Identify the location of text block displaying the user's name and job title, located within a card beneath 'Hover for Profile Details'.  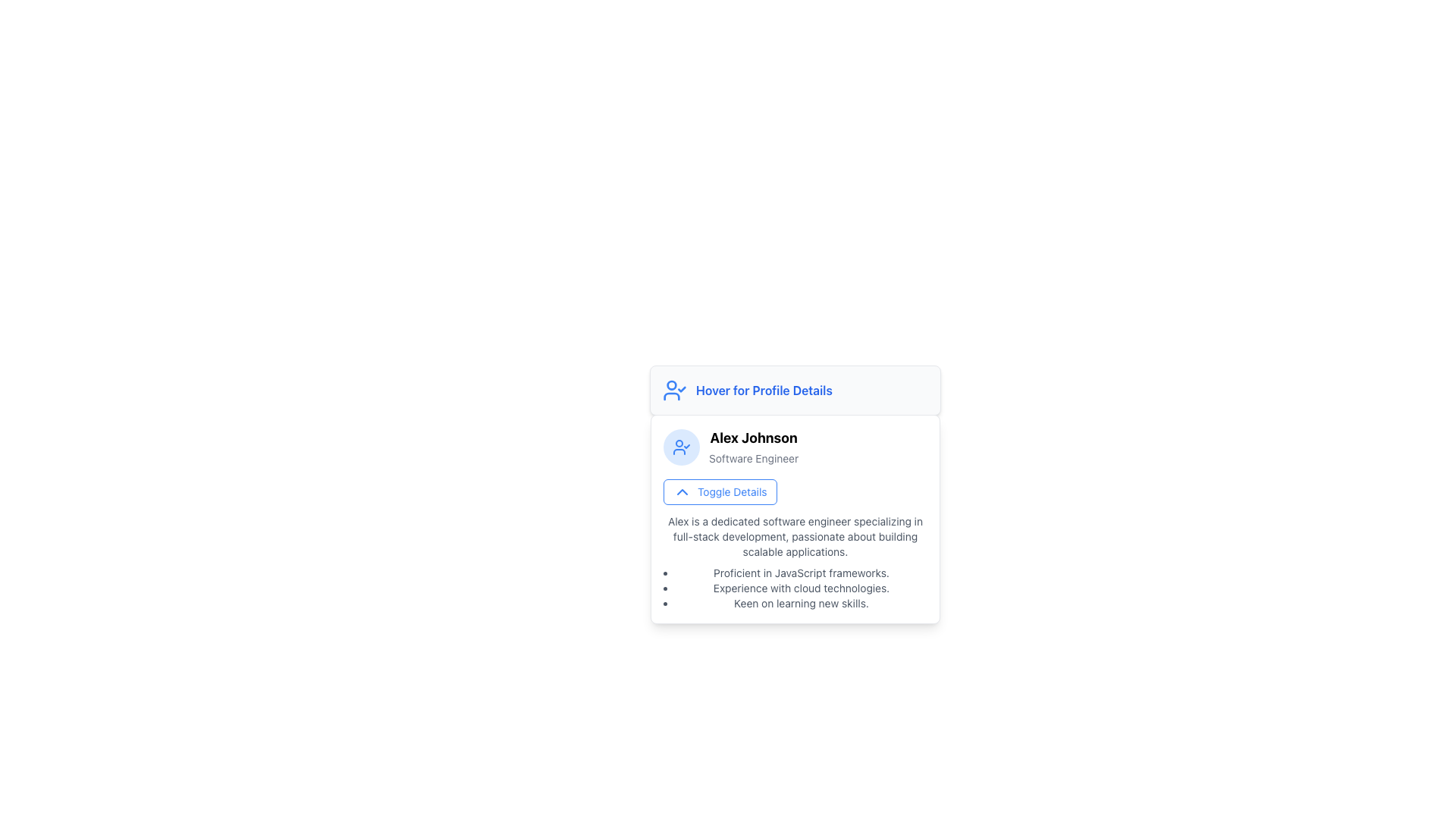
(754, 447).